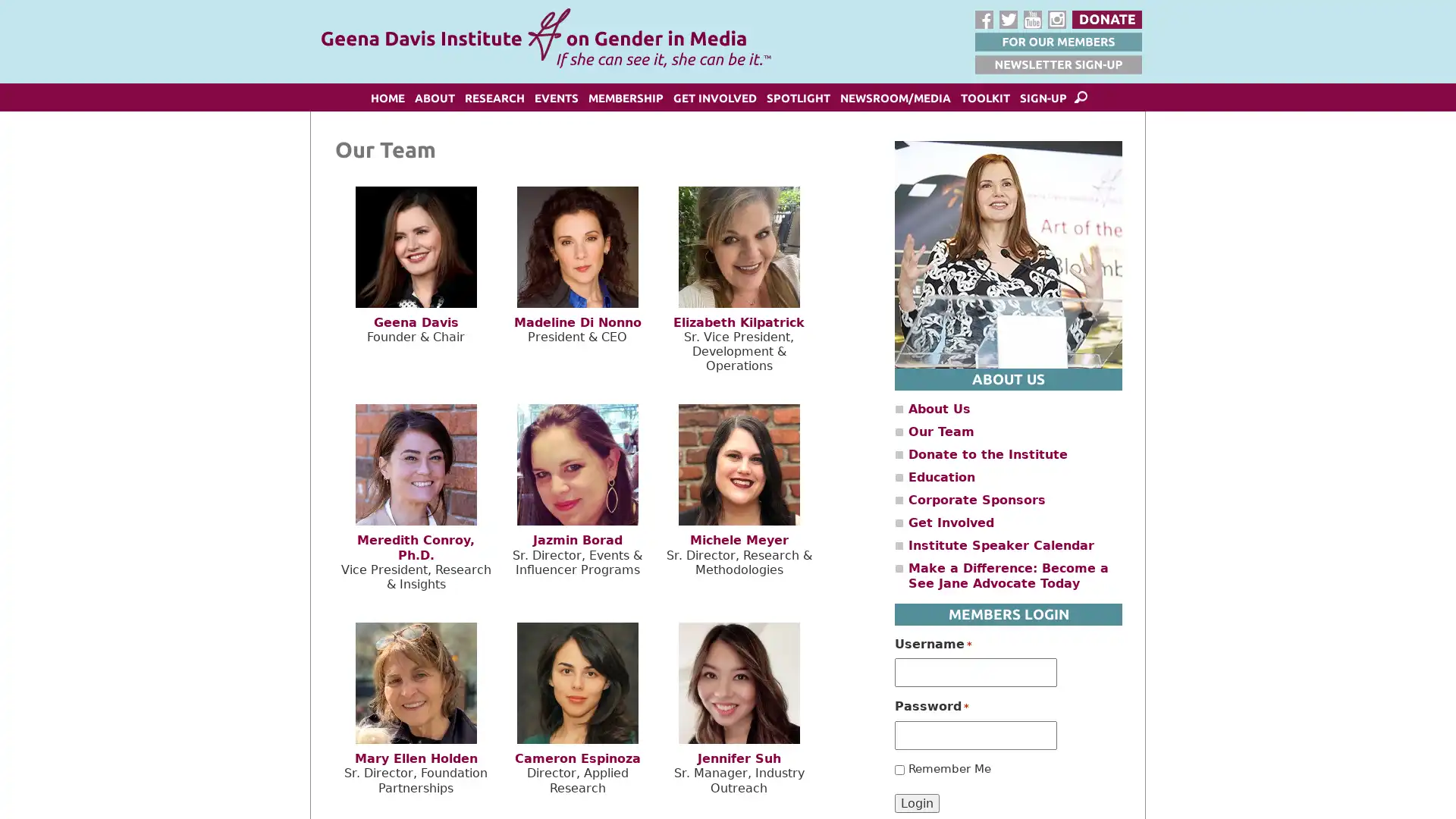  What do you see at coordinates (916, 802) in the screenshot?
I see `Login` at bounding box center [916, 802].